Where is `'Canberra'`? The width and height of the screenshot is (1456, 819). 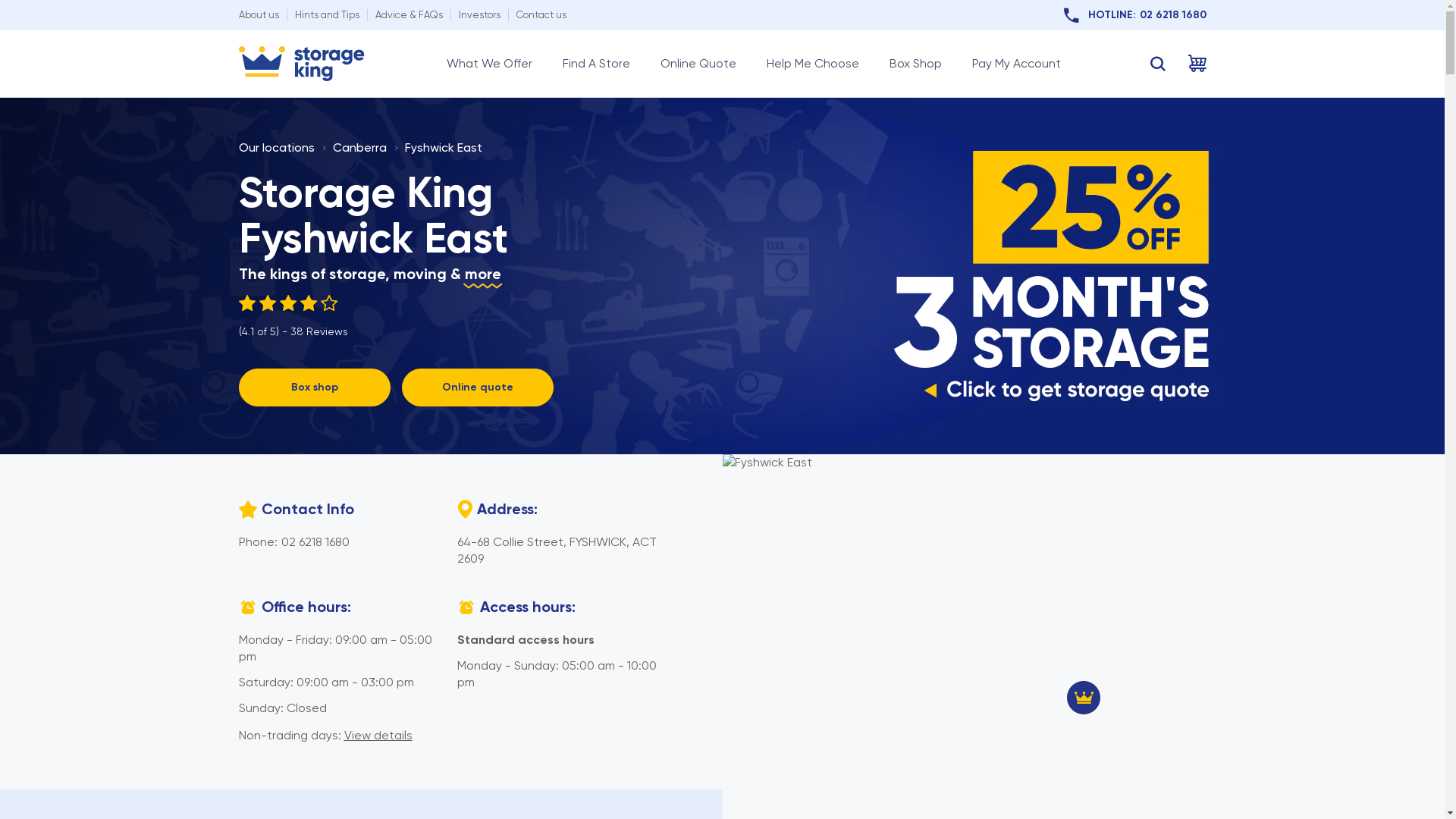
'Canberra' is located at coordinates (358, 147).